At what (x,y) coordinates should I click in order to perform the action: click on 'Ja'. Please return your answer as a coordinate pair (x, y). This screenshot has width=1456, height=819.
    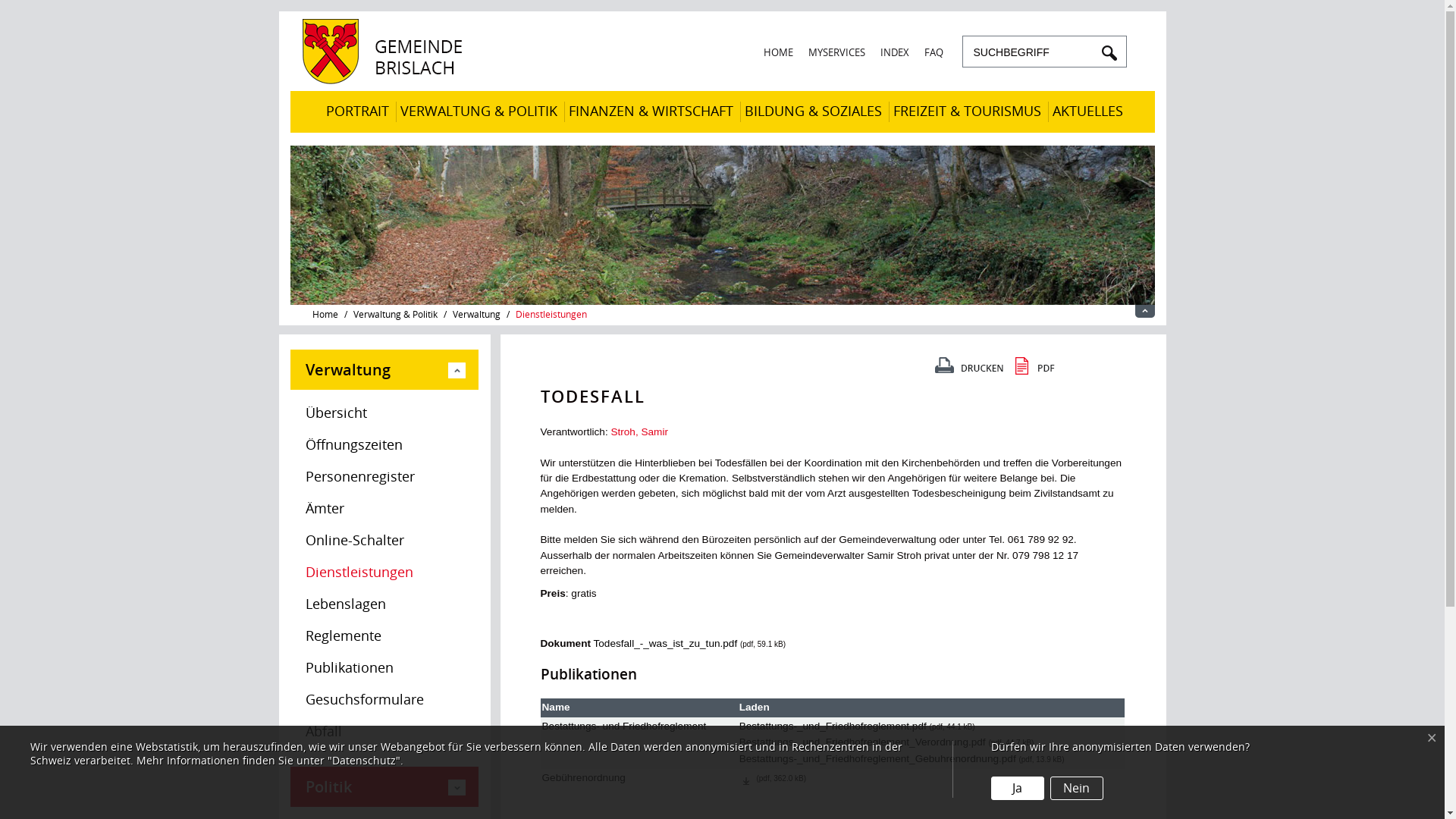
    Looking at the image, I should click on (990, 787).